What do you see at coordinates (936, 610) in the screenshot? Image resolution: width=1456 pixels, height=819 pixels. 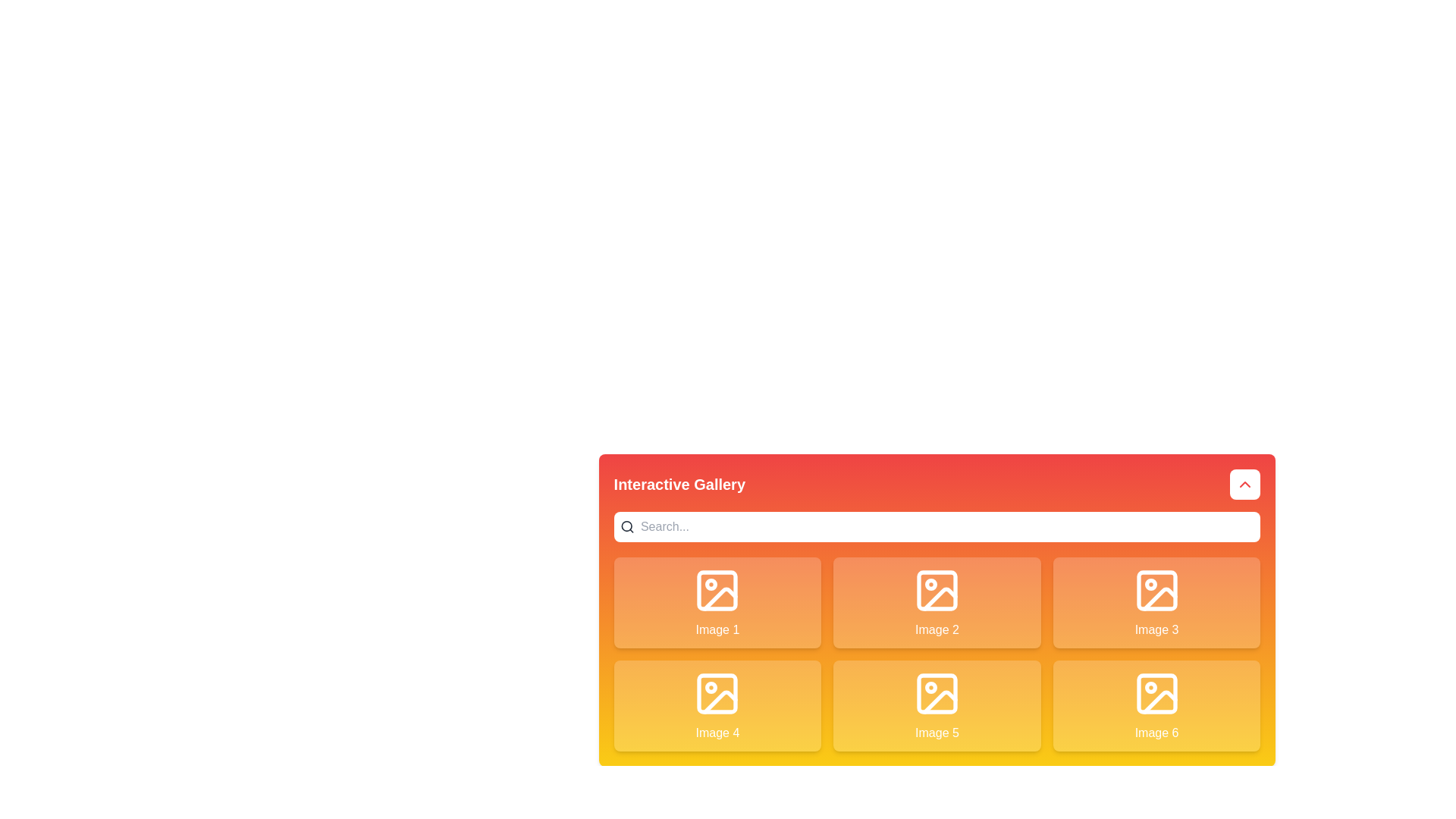 I see `the card titled 'Image 2' in the second column of the first row of the grid in the 'Interactive Gallery'` at bounding box center [936, 610].